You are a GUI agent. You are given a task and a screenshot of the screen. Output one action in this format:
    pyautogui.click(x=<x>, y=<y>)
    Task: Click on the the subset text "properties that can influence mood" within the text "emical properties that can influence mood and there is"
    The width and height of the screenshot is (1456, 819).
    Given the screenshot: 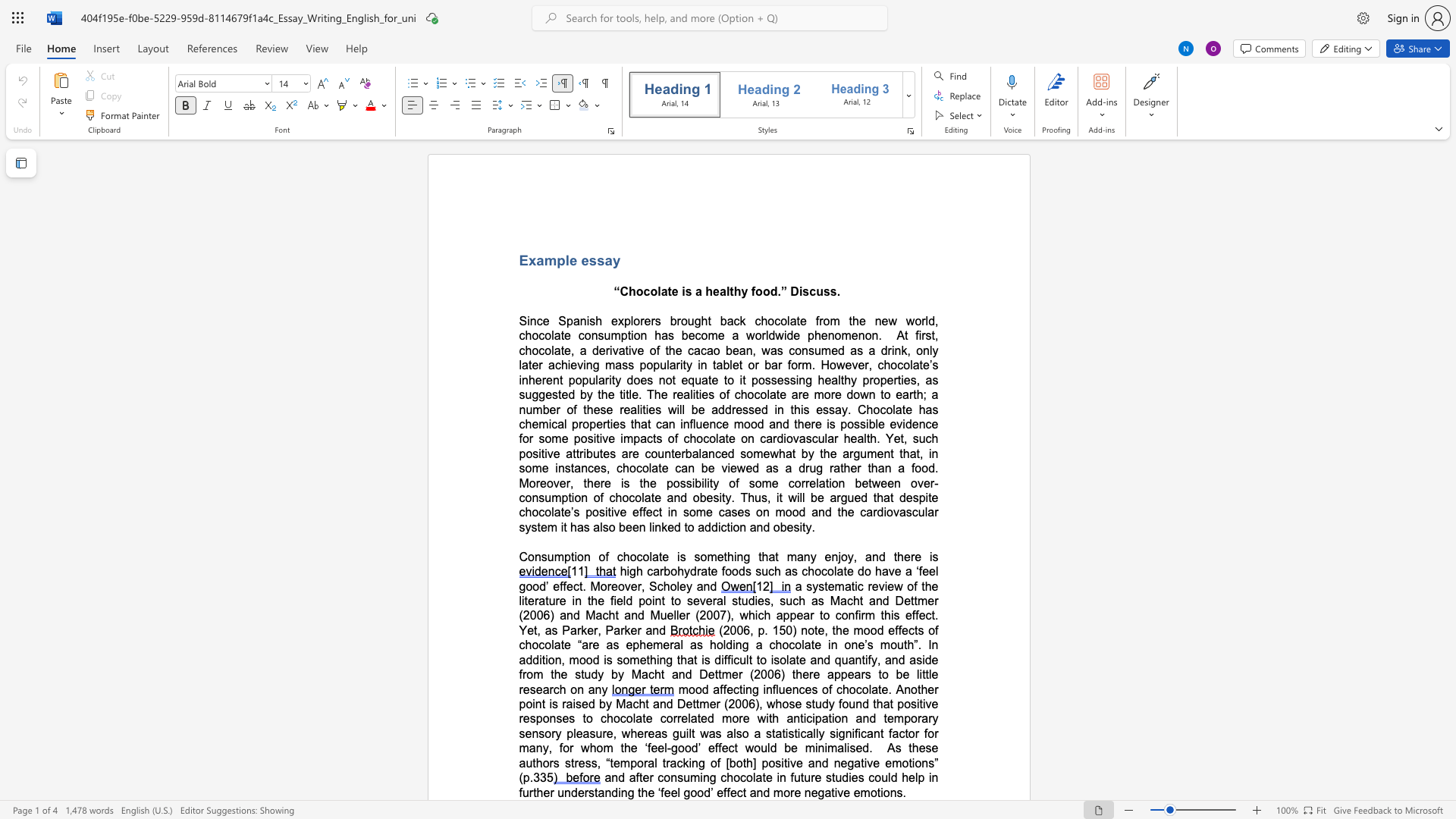 What is the action you would take?
    pyautogui.click(x=571, y=424)
    